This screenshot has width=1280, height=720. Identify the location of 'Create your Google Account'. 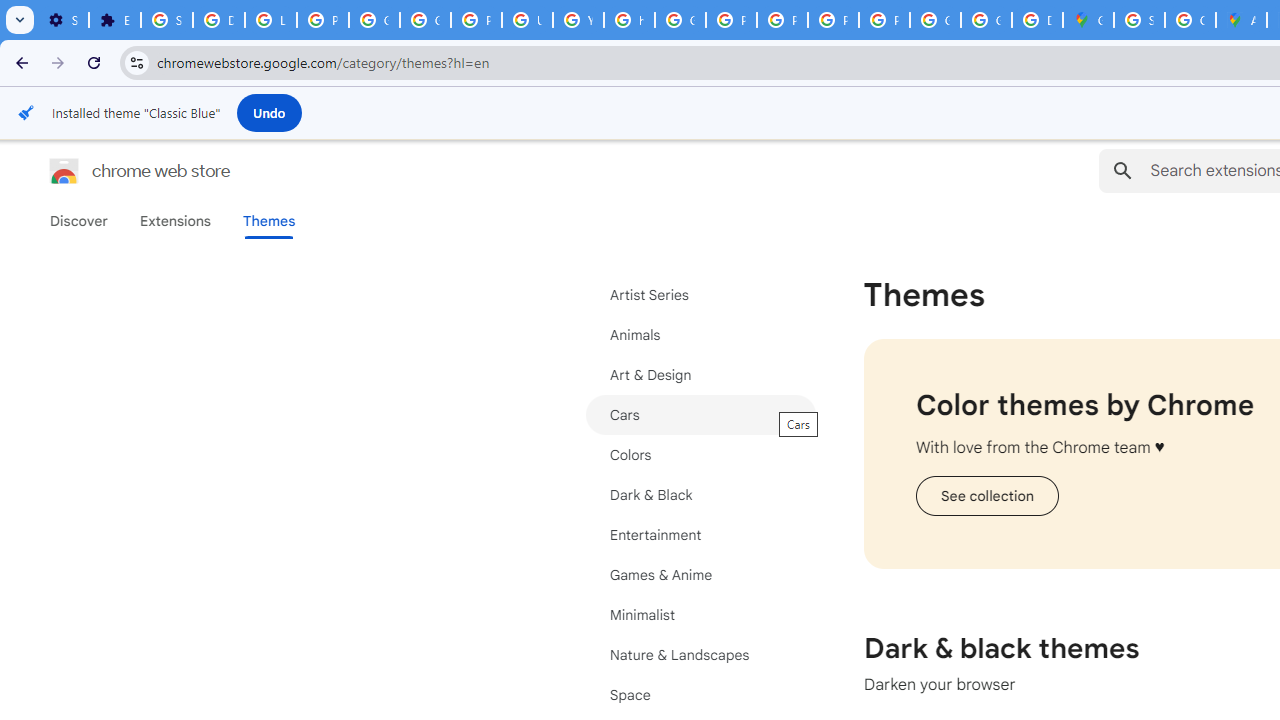
(1190, 20).